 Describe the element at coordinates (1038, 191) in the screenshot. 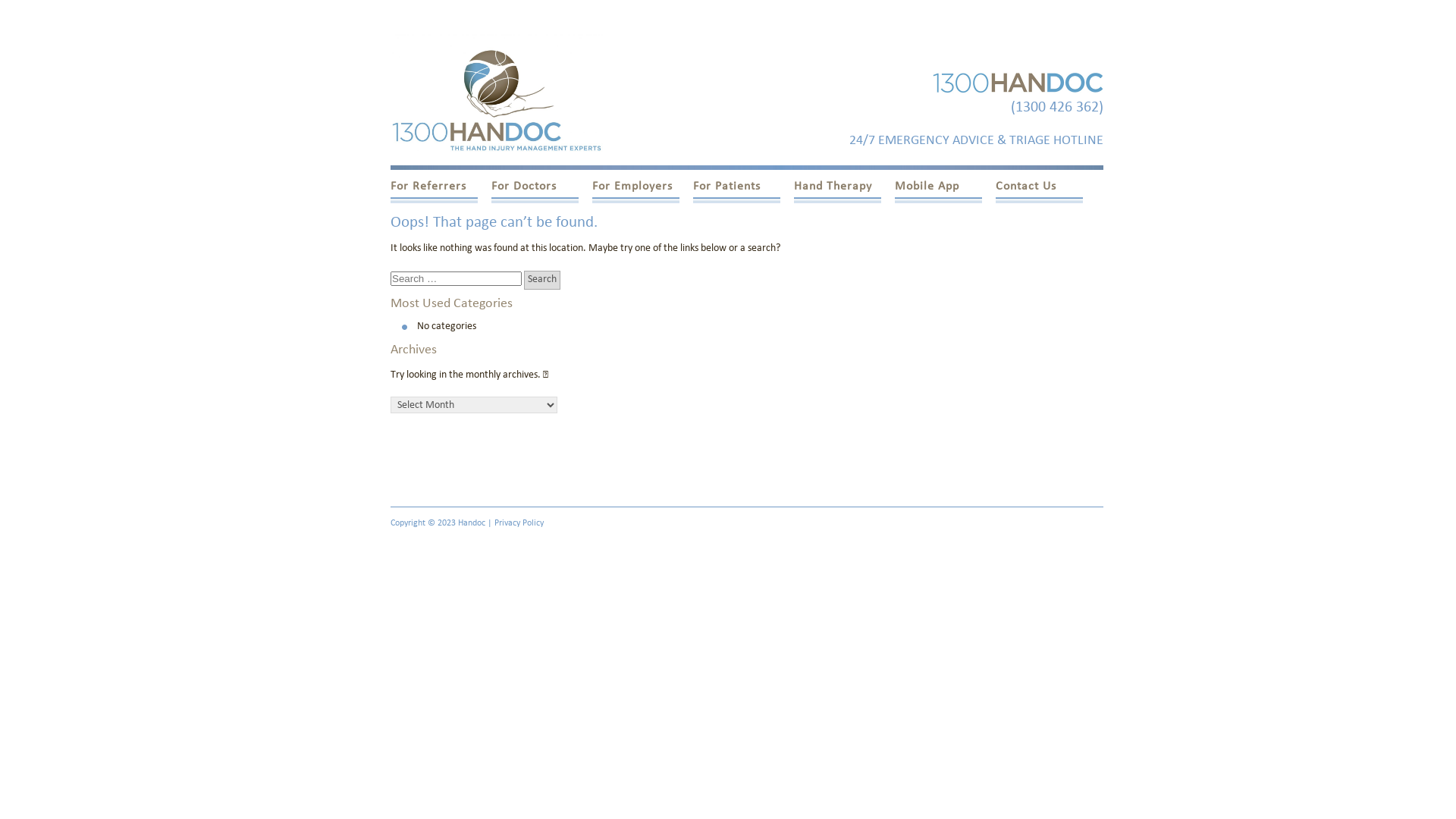

I see `'Contact Us'` at that location.